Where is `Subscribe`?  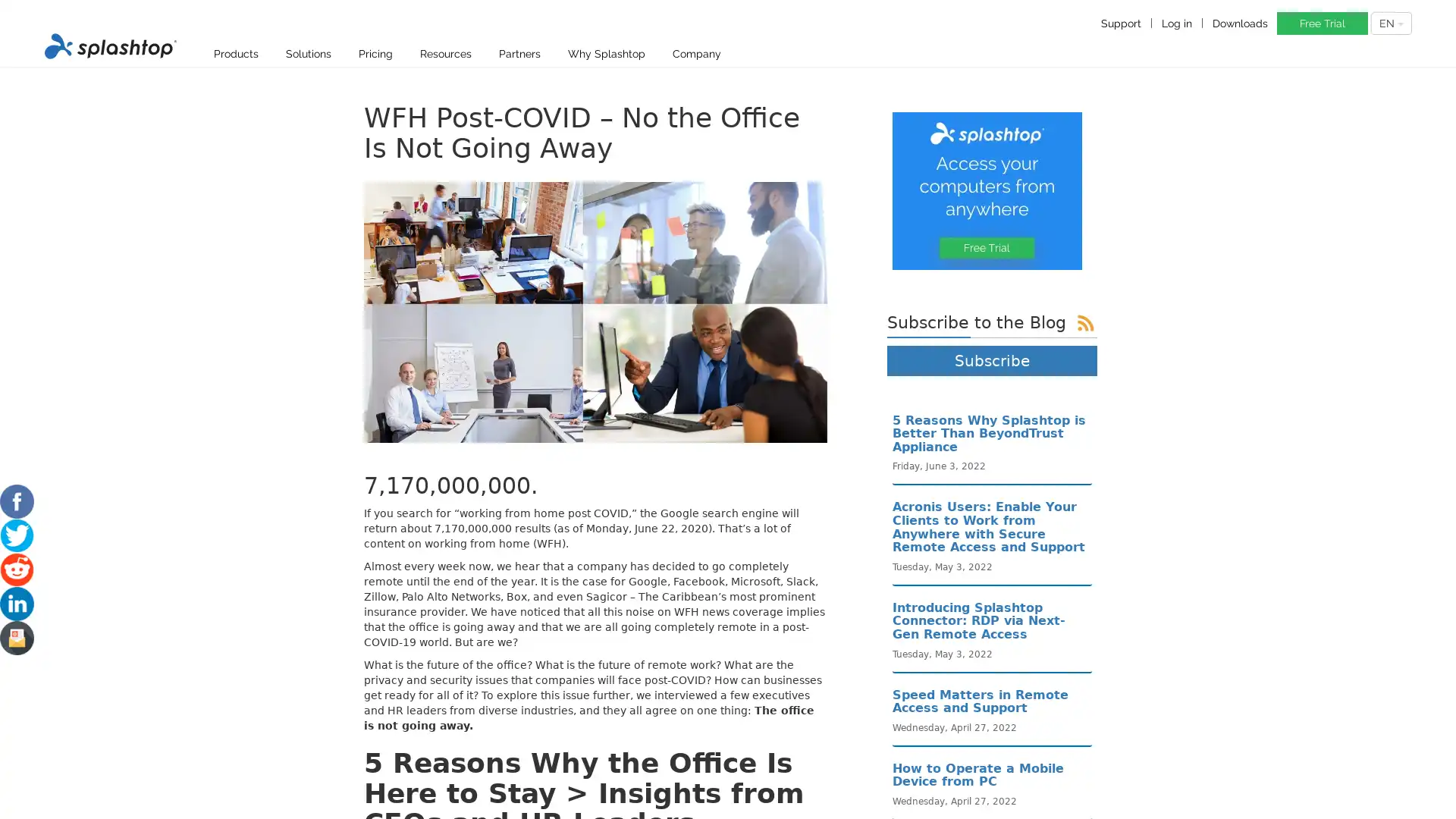 Subscribe is located at coordinates (992, 359).